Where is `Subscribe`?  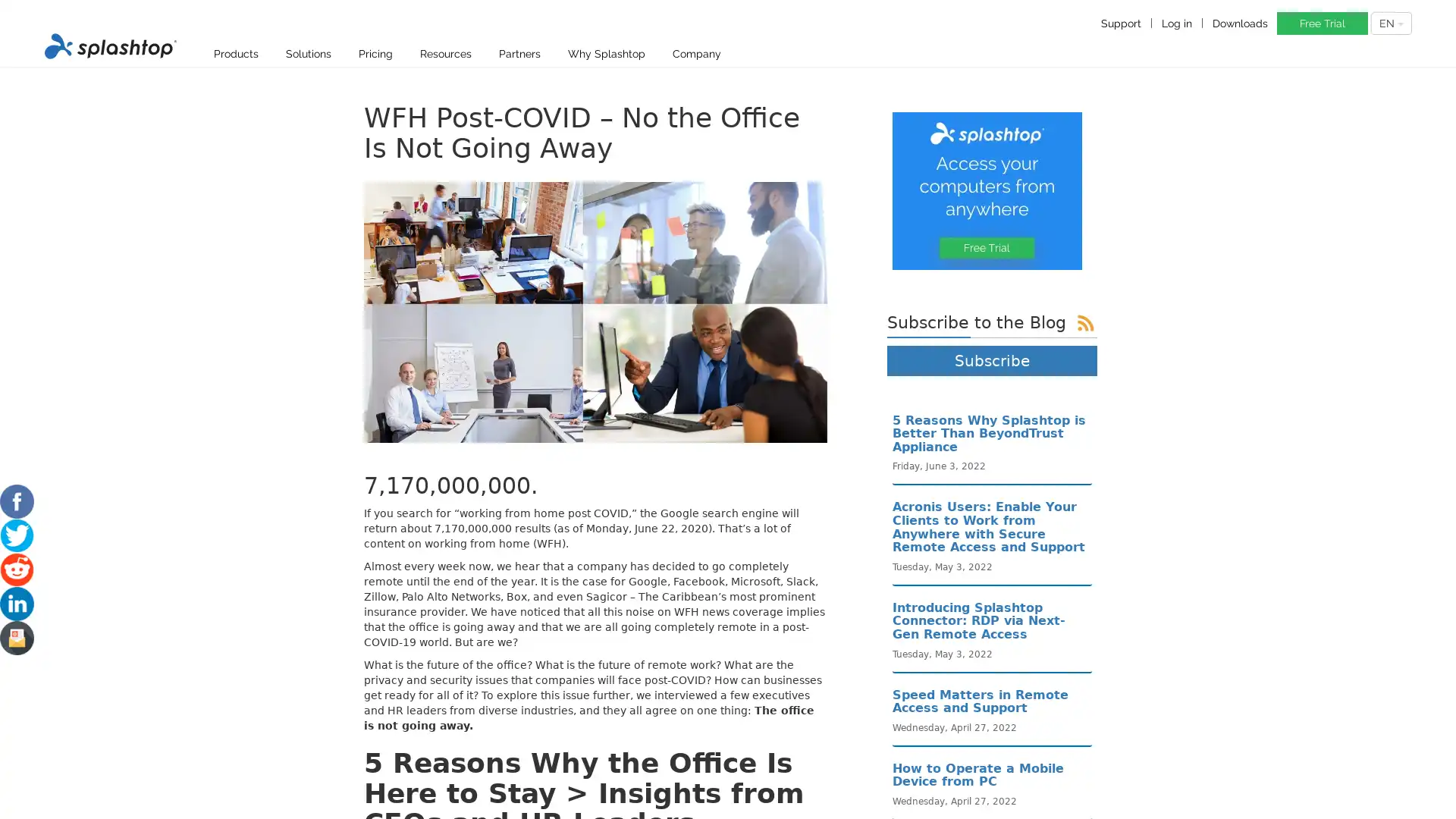 Subscribe is located at coordinates (992, 359).